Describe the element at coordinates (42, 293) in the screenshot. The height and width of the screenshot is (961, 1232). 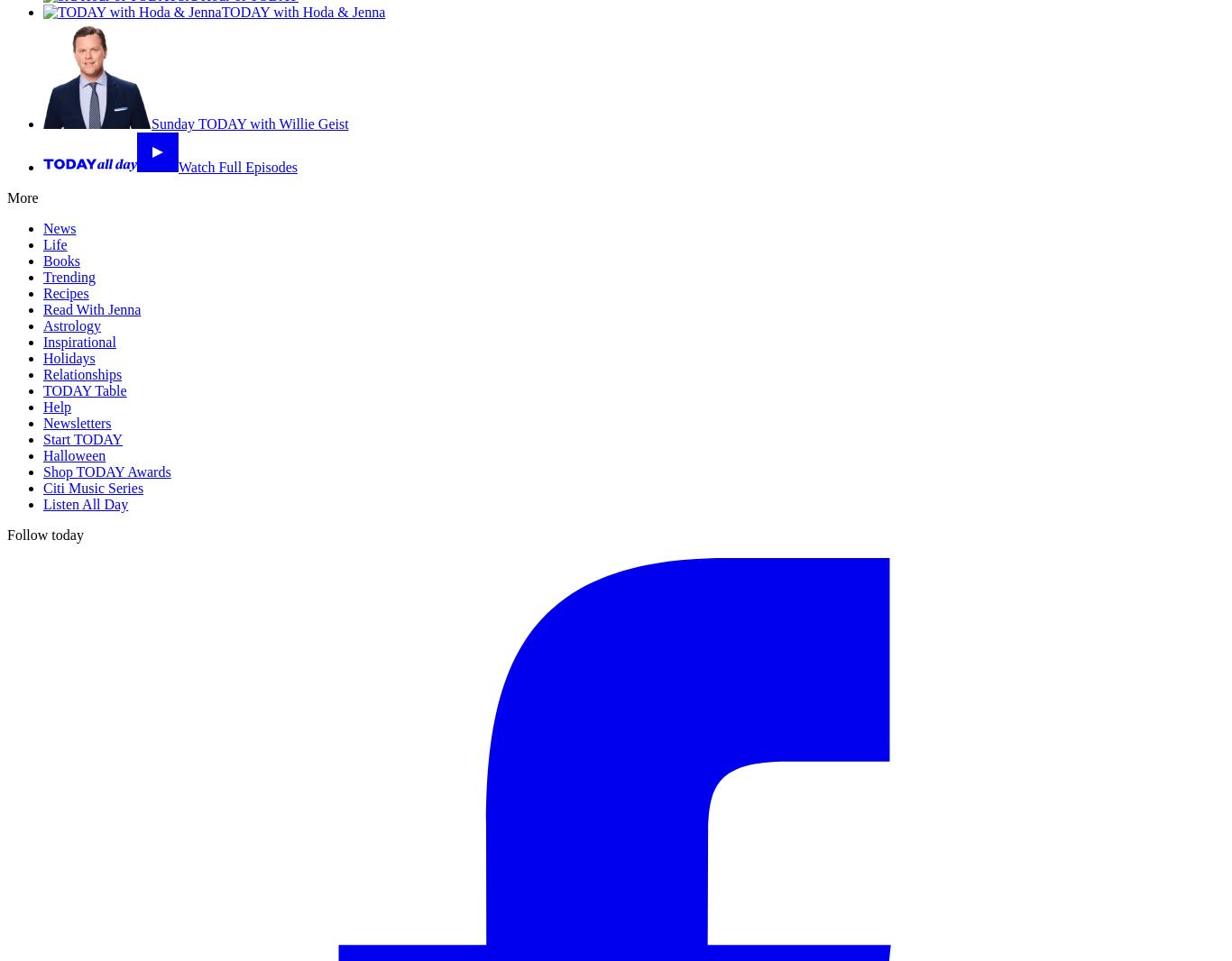
I see `'Recipes'` at that location.